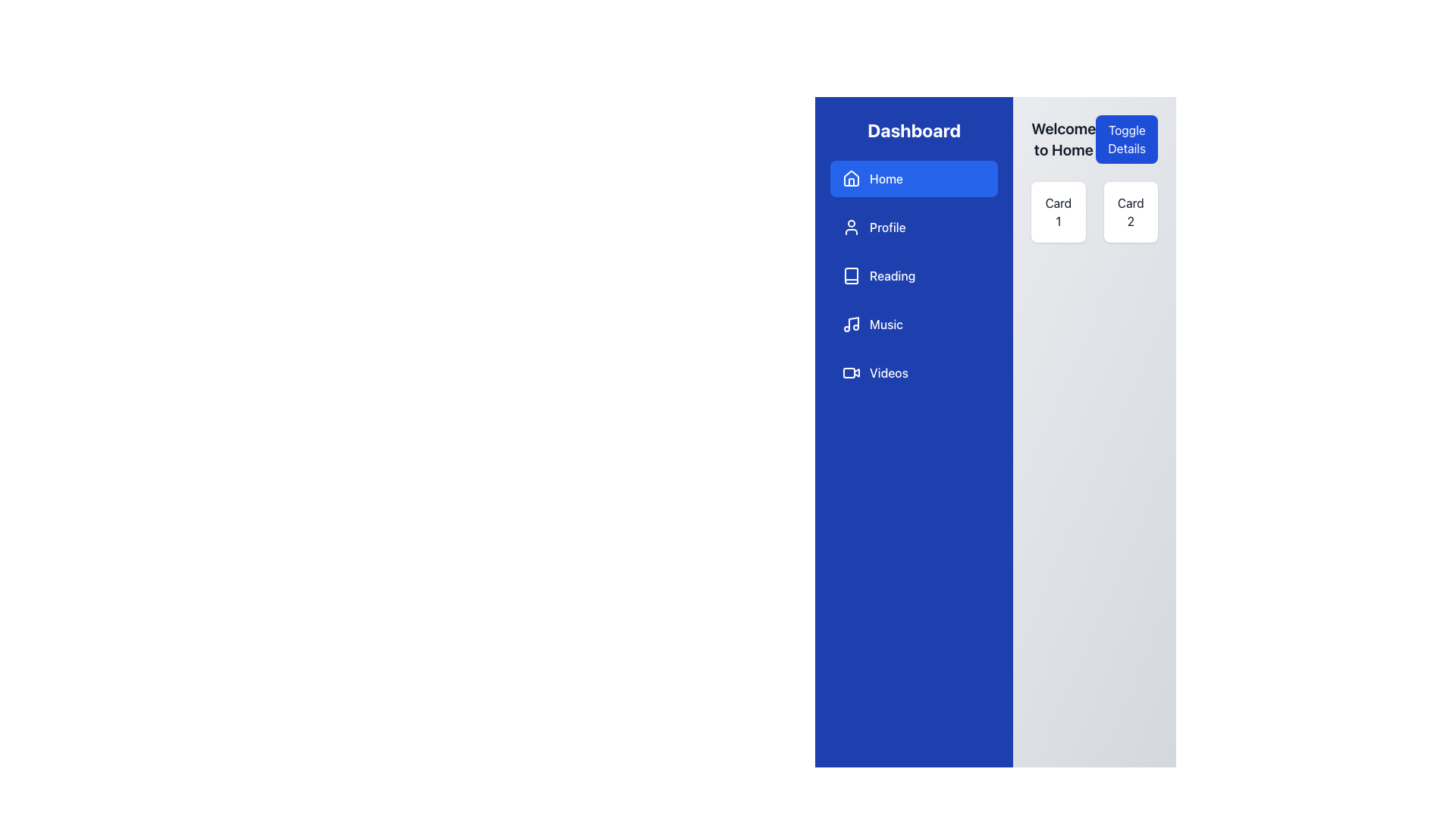  I want to click on the 'Music' navigation icon located in the vertical menu, which serves as the visual indicator for the 'Music' option, so click(852, 324).